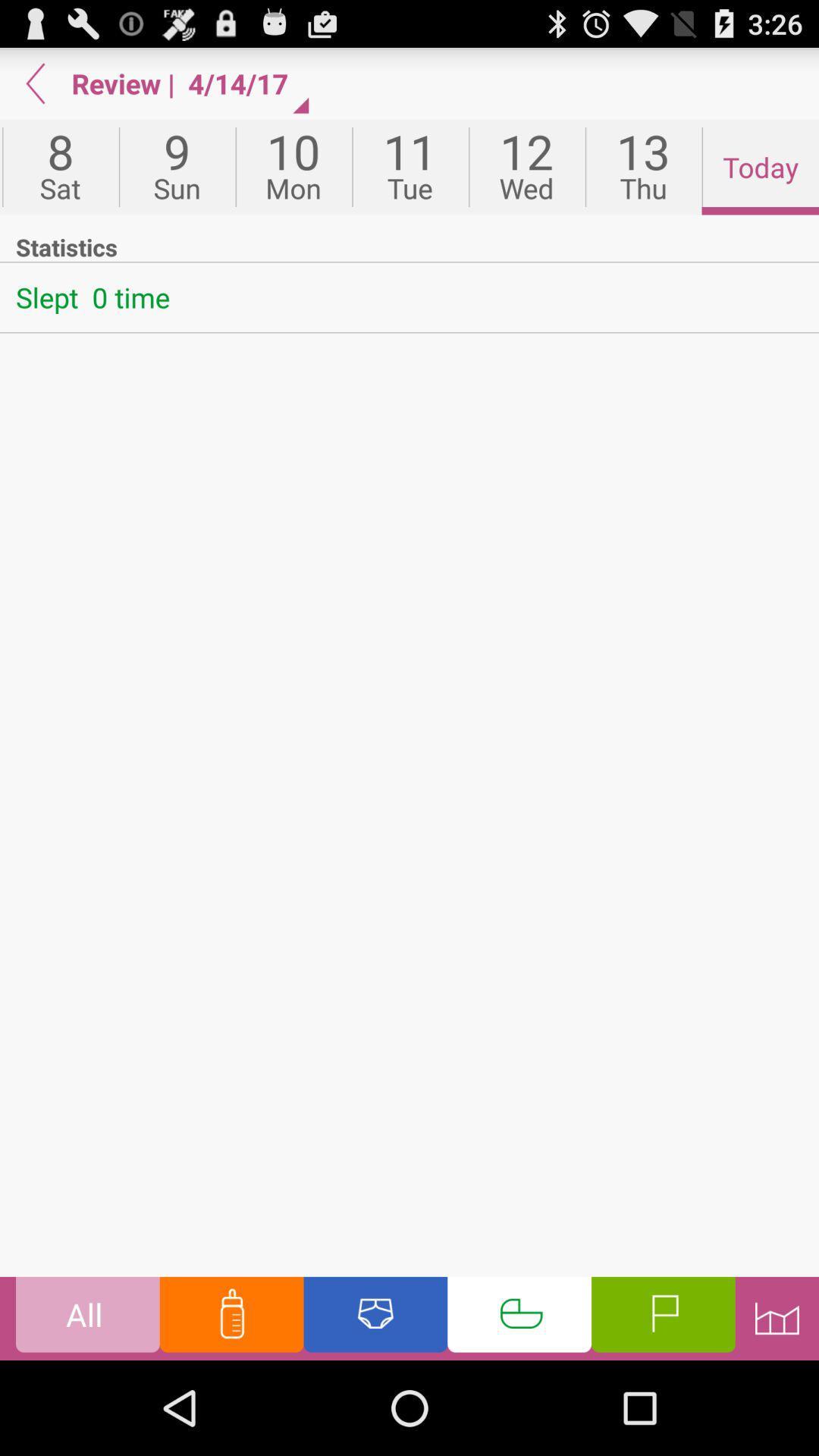 This screenshot has width=819, height=1456. What do you see at coordinates (519, 1317) in the screenshot?
I see `sleep statistics` at bounding box center [519, 1317].